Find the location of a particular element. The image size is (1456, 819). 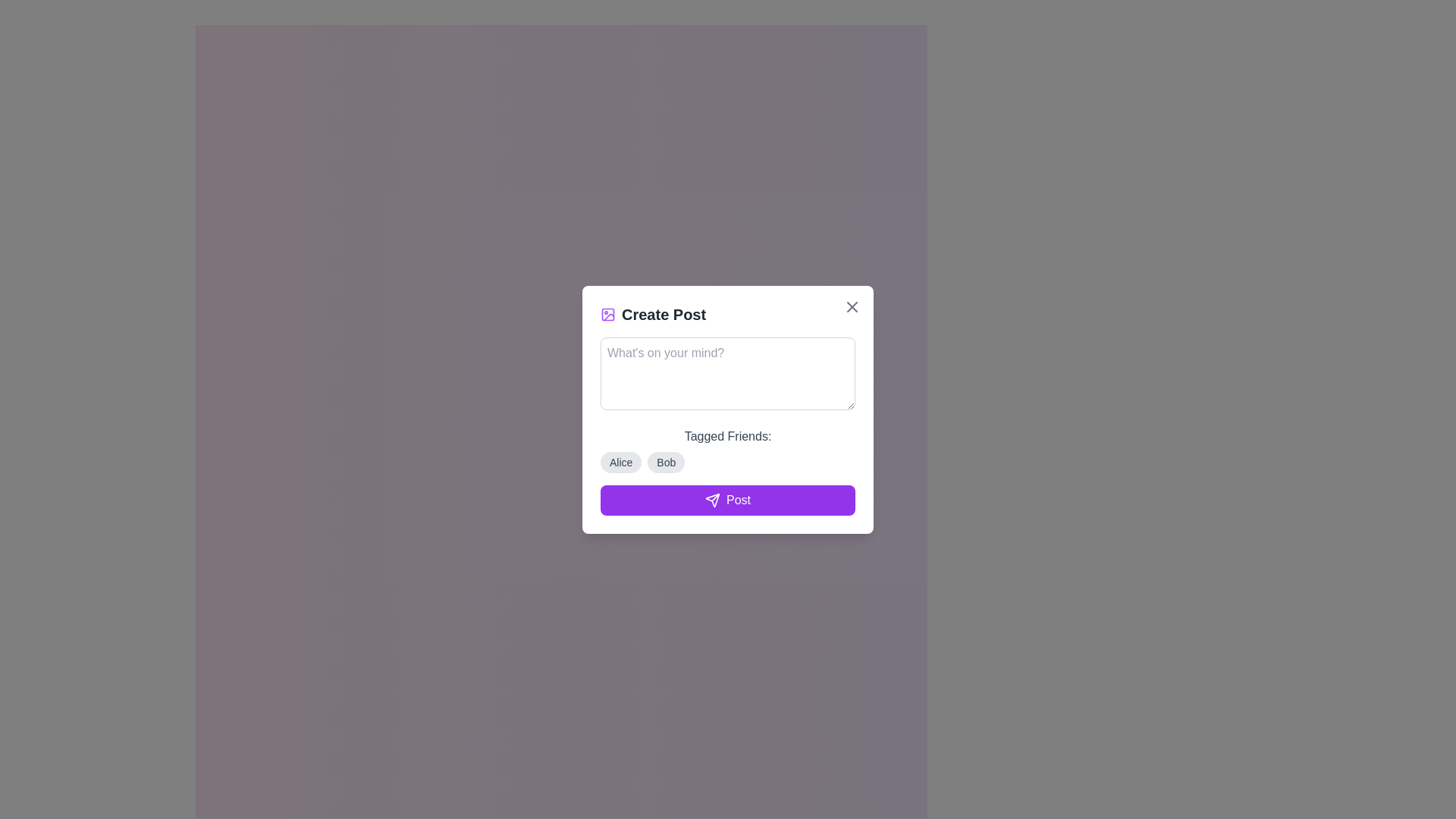

the image-related functionalities icon, which resembles a picture frame with a stylized mountain and sun, located to the left of the 'Create Post' title text is located at coordinates (607, 312).